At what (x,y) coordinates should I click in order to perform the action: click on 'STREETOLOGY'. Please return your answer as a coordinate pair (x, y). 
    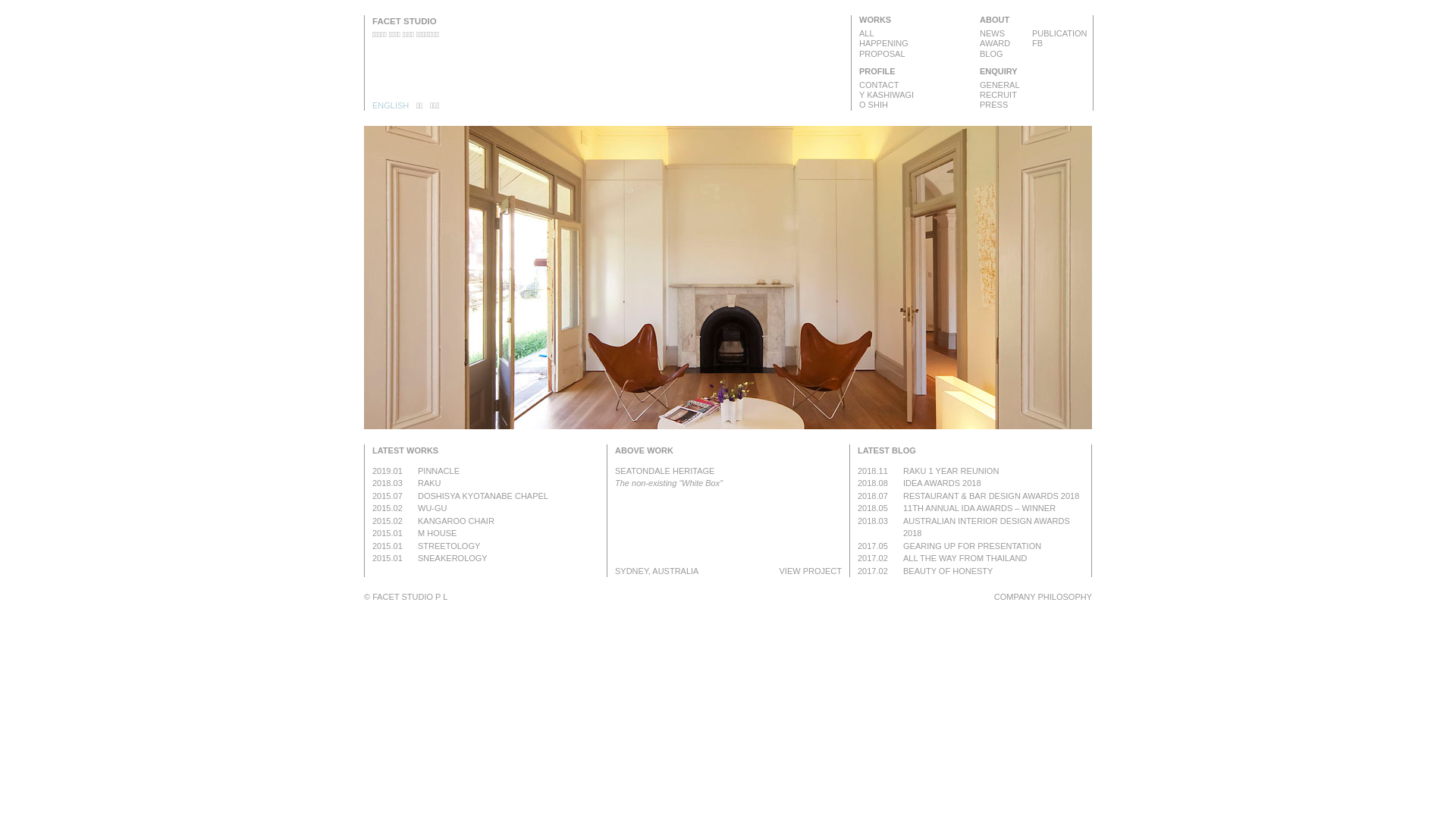
    Looking at the image, I should click on (418, 546).